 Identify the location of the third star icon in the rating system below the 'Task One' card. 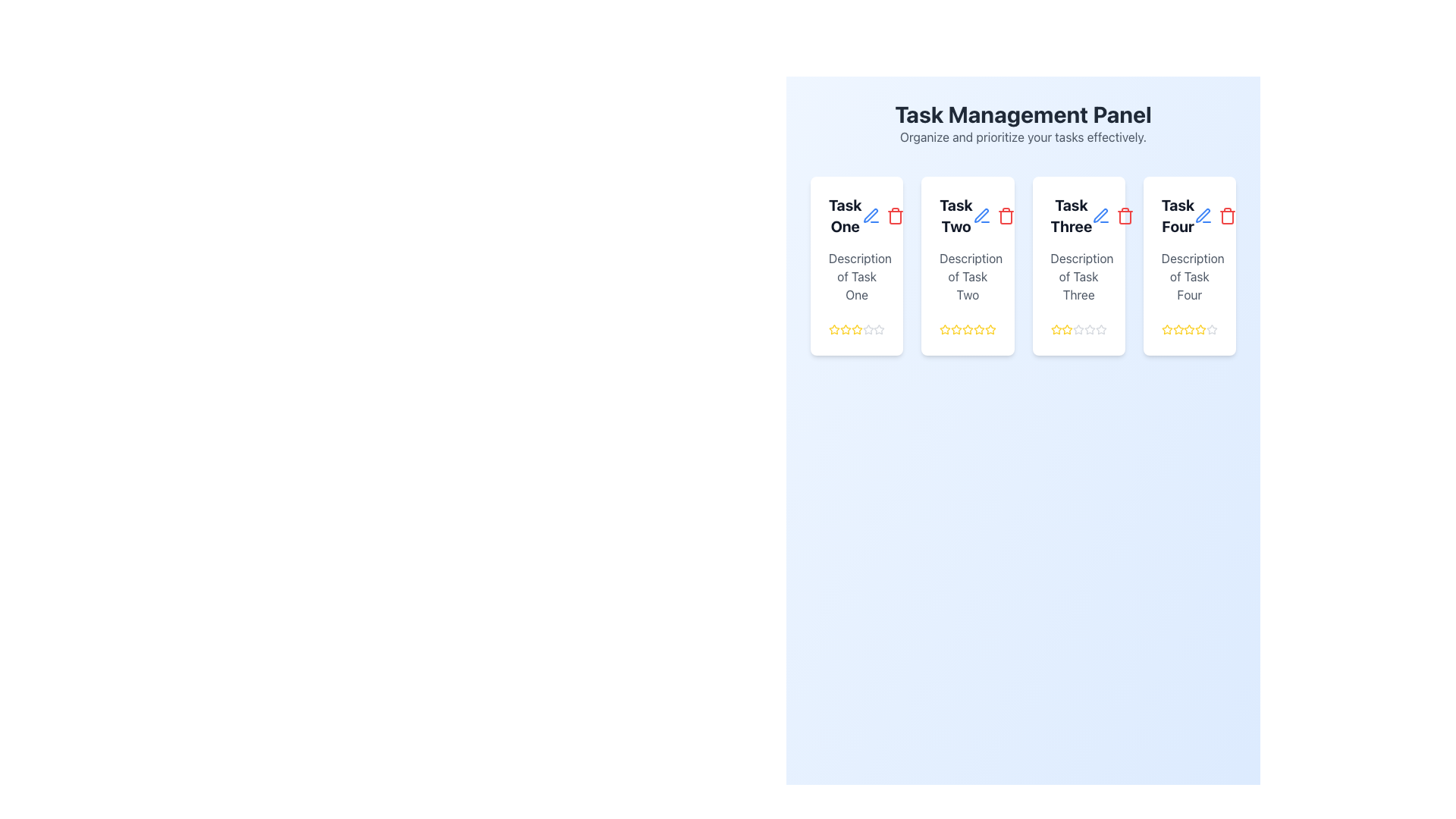
(857, 329).